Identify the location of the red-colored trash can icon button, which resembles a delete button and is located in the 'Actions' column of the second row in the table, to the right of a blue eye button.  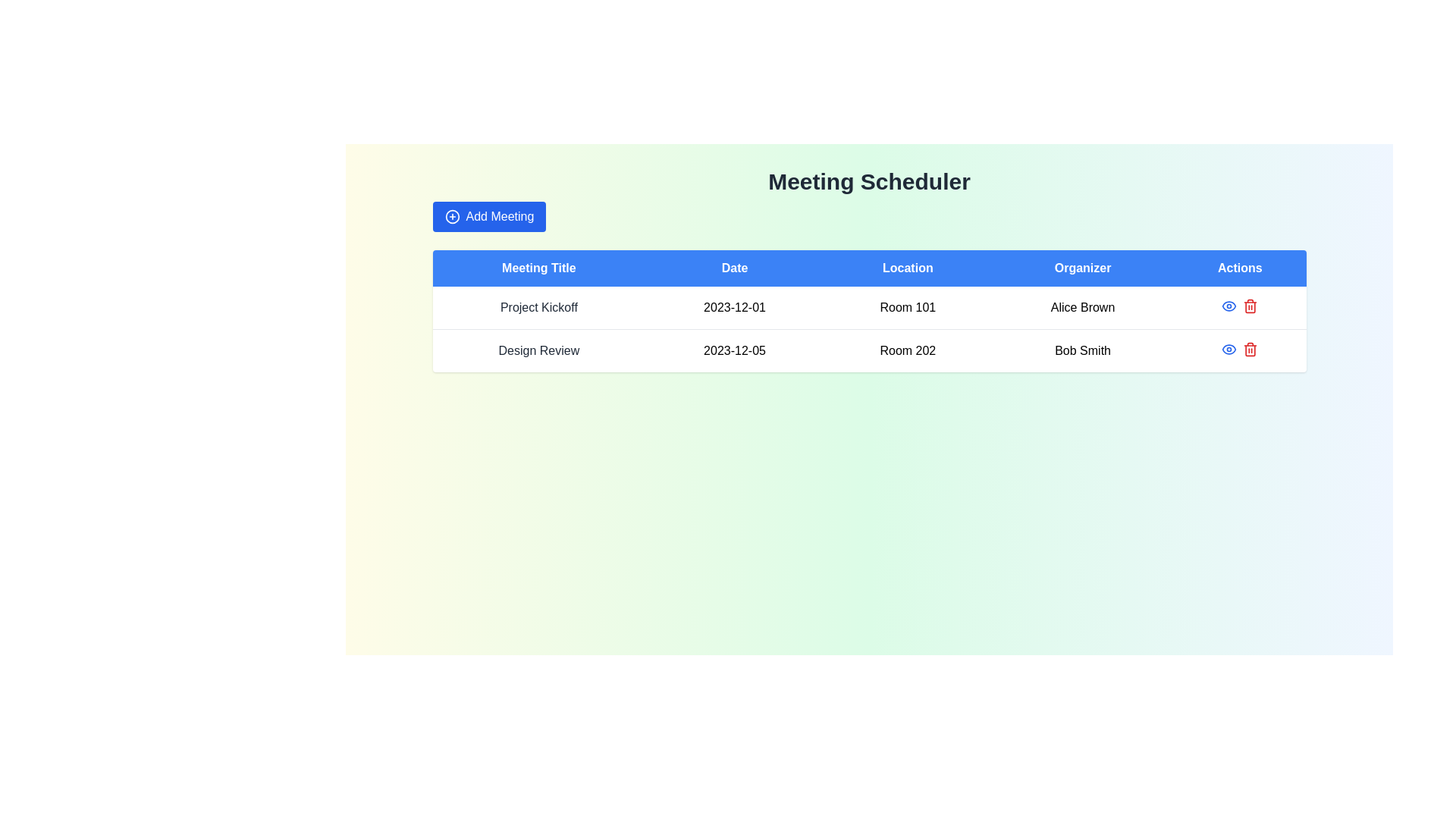
(1250, 306).